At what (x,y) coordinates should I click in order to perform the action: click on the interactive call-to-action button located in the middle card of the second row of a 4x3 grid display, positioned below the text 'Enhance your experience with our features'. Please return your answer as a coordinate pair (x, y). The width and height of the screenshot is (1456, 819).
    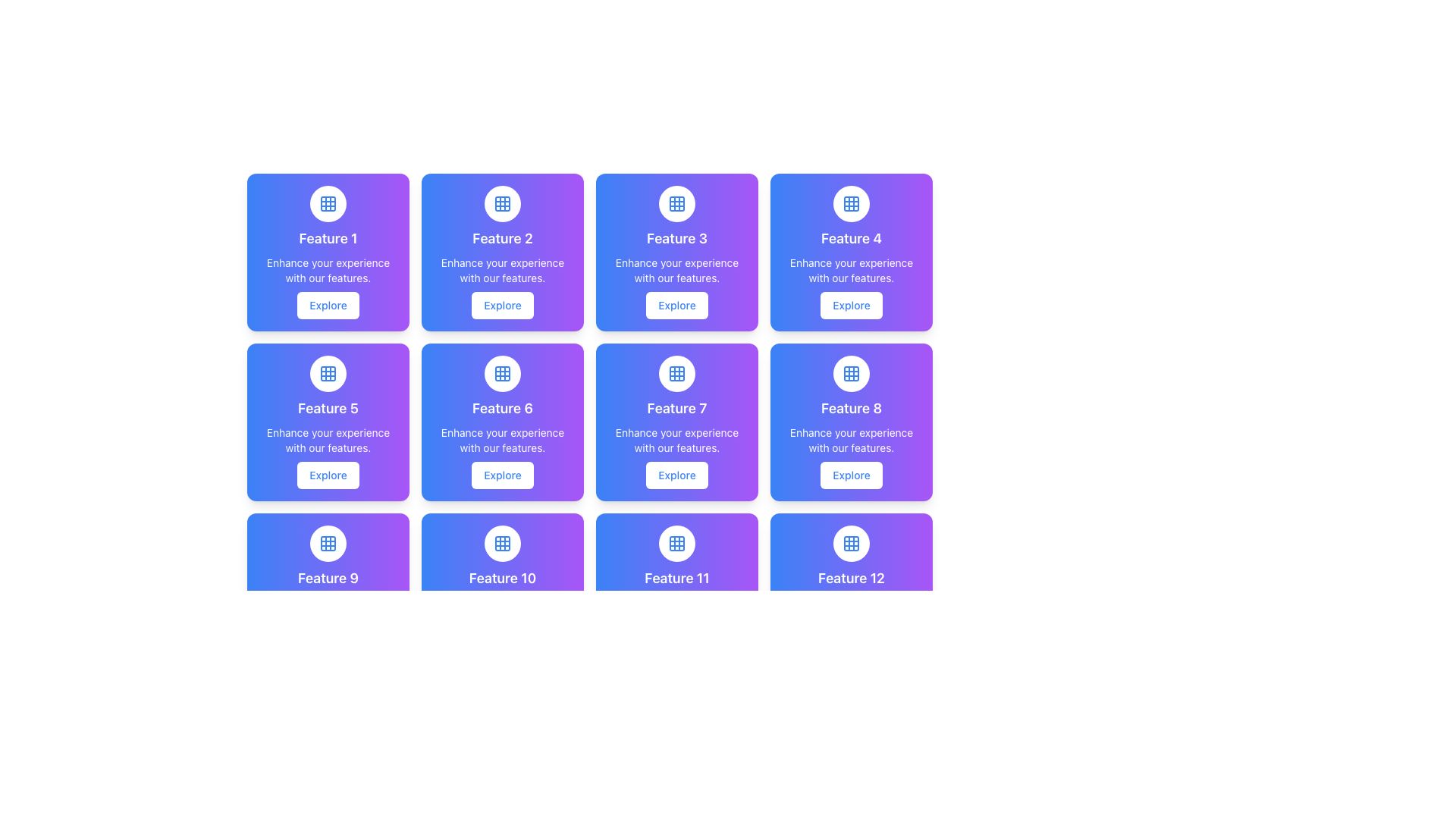
    Looking at the image, I should click on (502, 475).